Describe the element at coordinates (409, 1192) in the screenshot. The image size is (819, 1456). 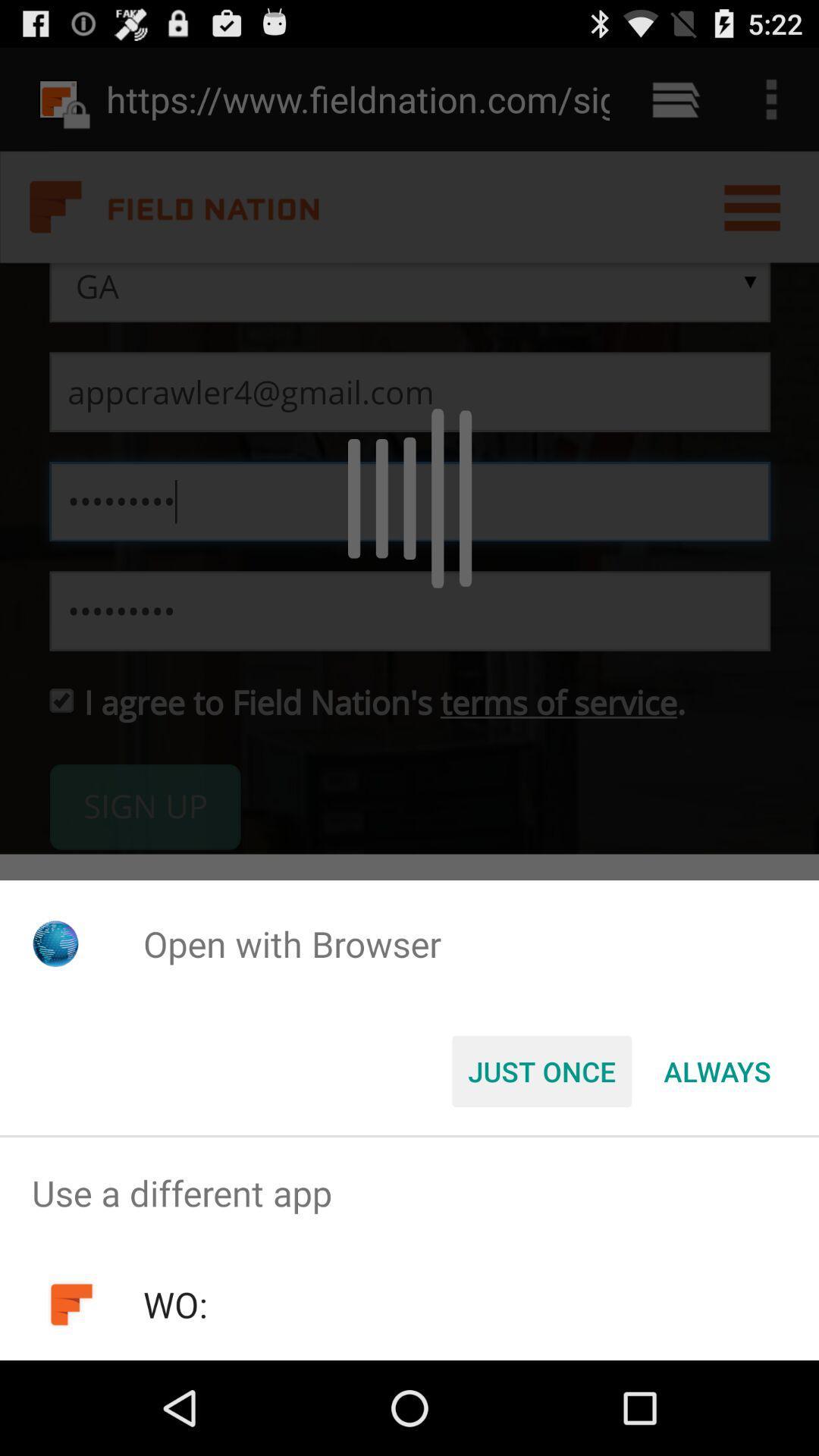
I see `use a different icon` at that location.